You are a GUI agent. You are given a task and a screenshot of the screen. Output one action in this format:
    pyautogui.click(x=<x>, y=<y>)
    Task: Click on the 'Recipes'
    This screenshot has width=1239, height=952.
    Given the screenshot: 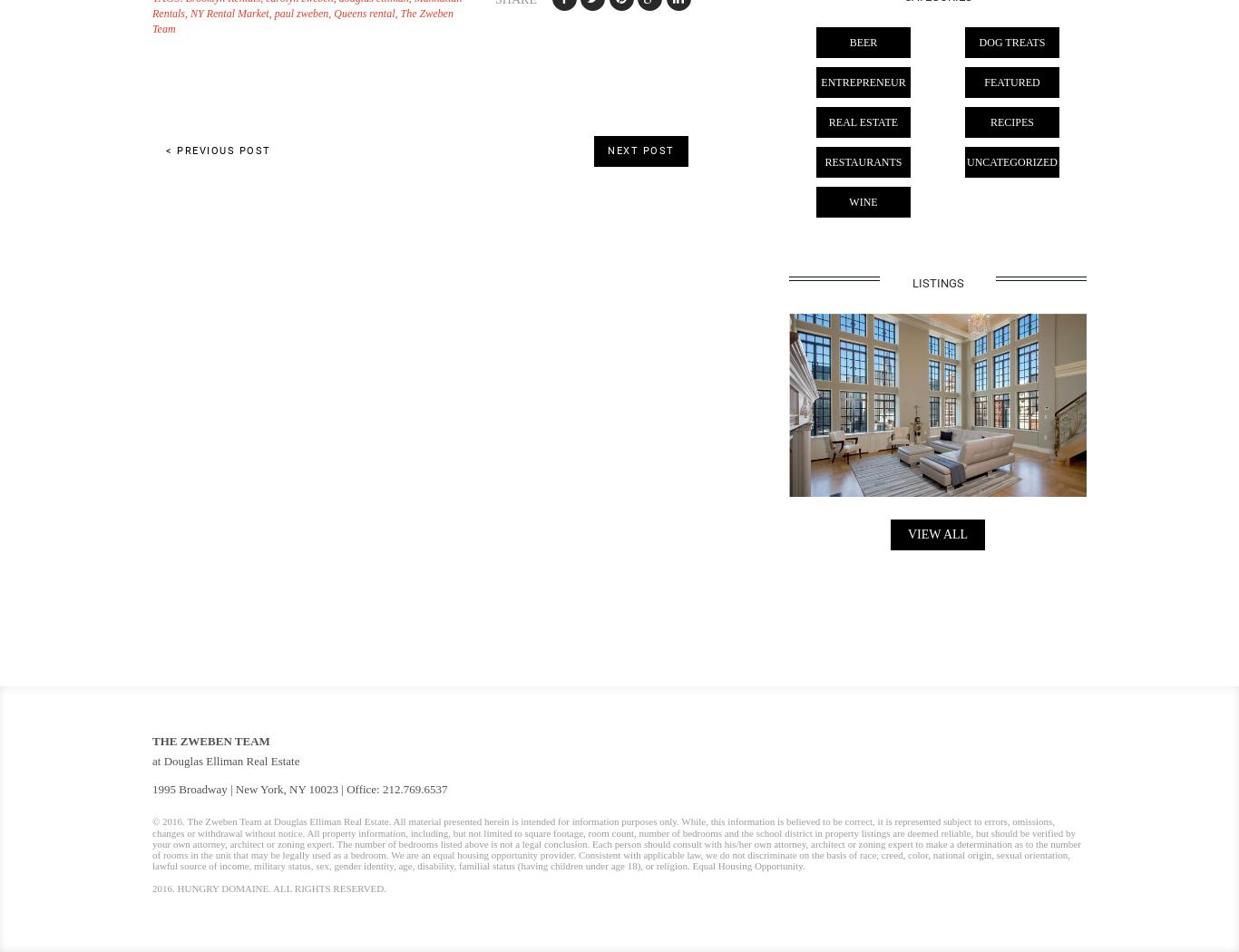 What is the action you would take?
    pyautogui.click(x=1010, y=121)
    